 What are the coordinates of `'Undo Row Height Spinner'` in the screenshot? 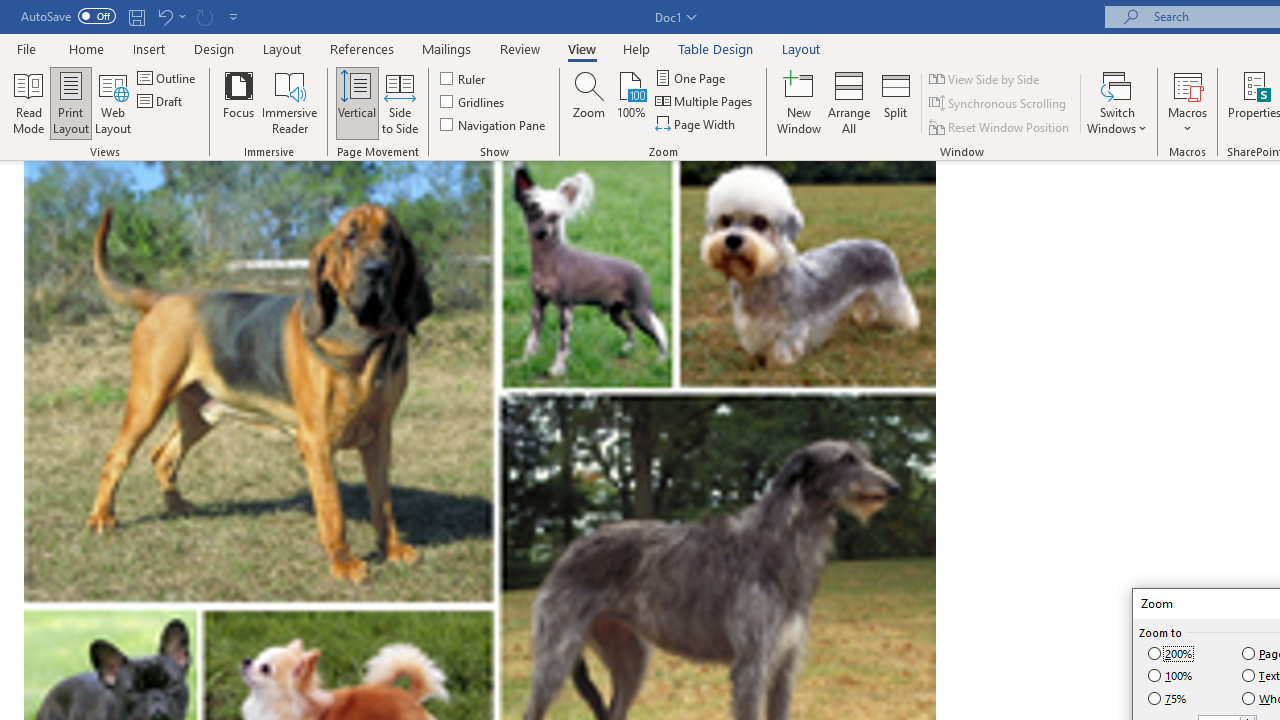 It's located at (170, 16).